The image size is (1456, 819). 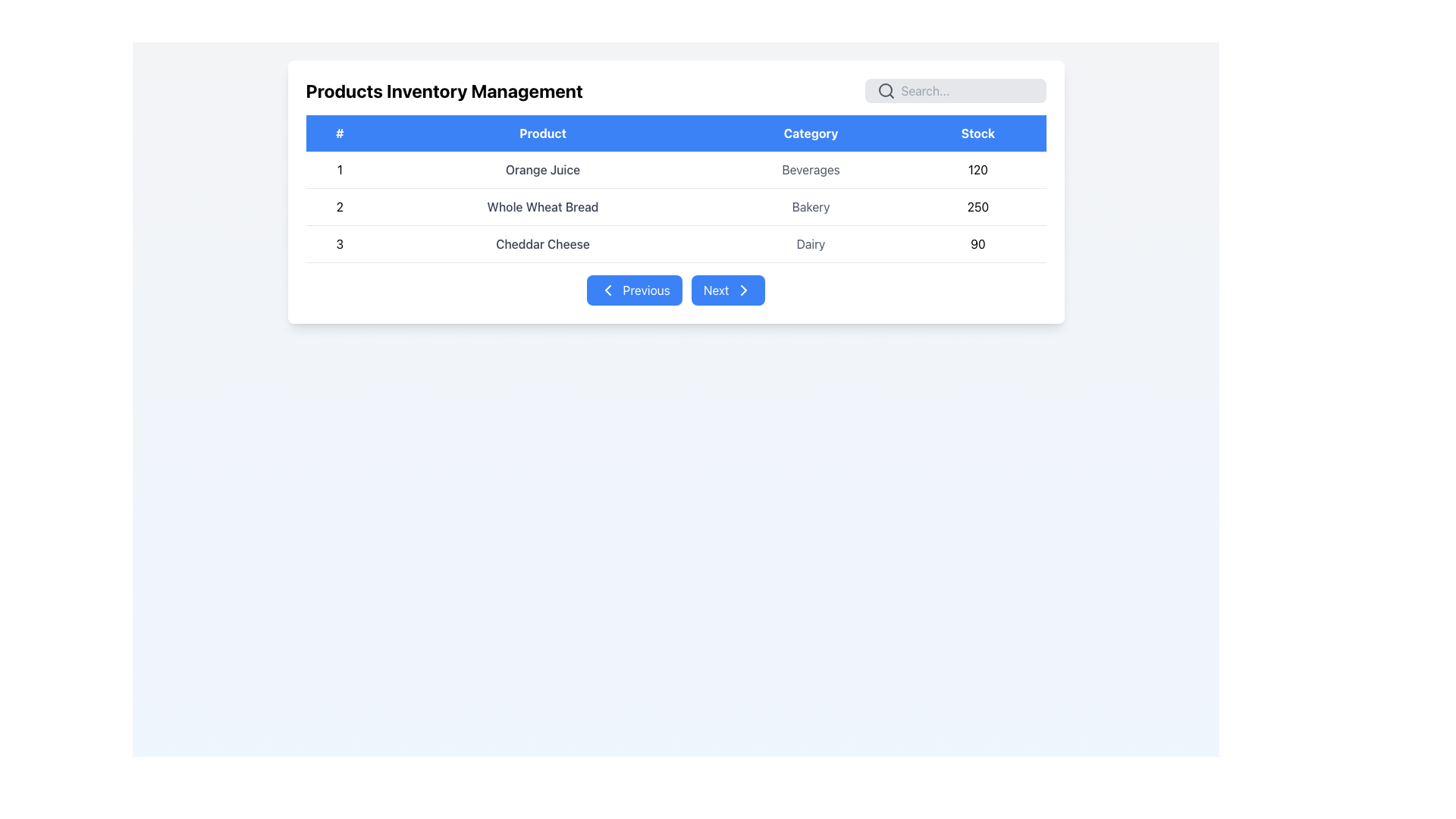 I want to click on to select or interact with the first row of the Products Inventory Management table, which displays details about 'Orange Juice', so click(x=675, y=170).